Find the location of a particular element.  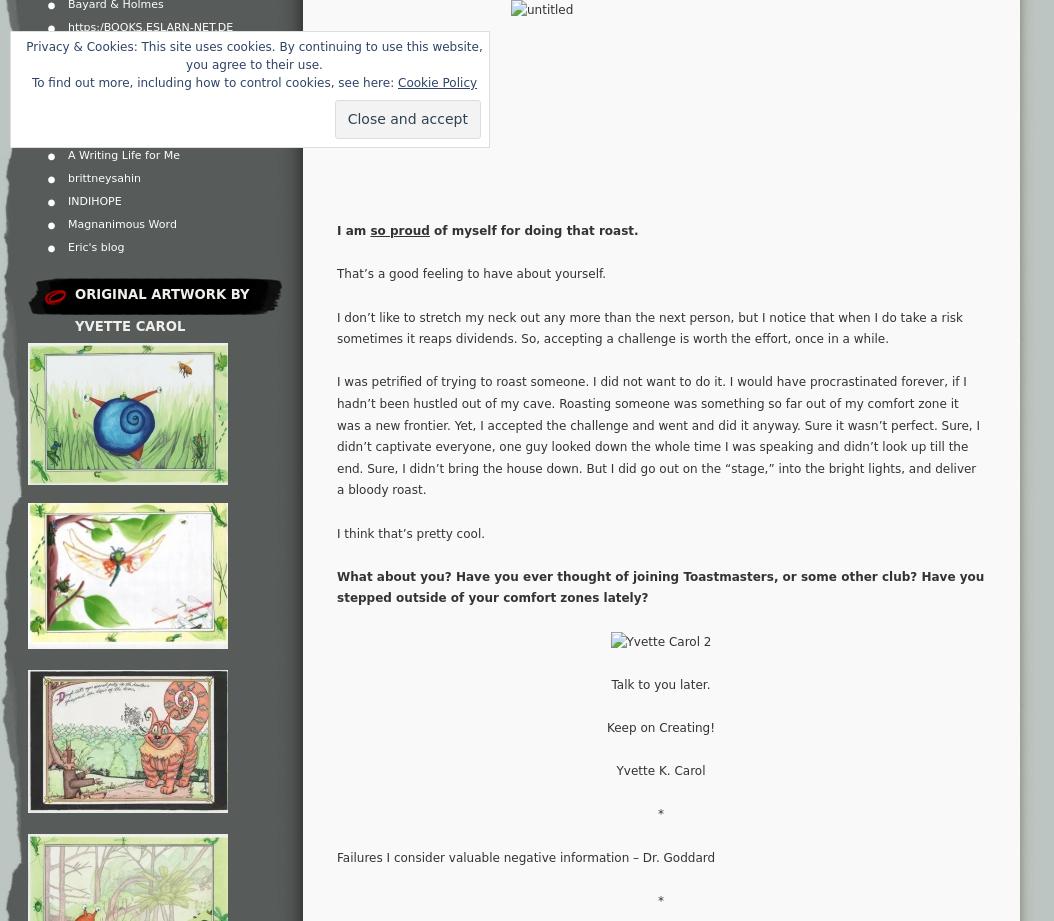

'Talk to you later.' is located at coordinates (660, 684).